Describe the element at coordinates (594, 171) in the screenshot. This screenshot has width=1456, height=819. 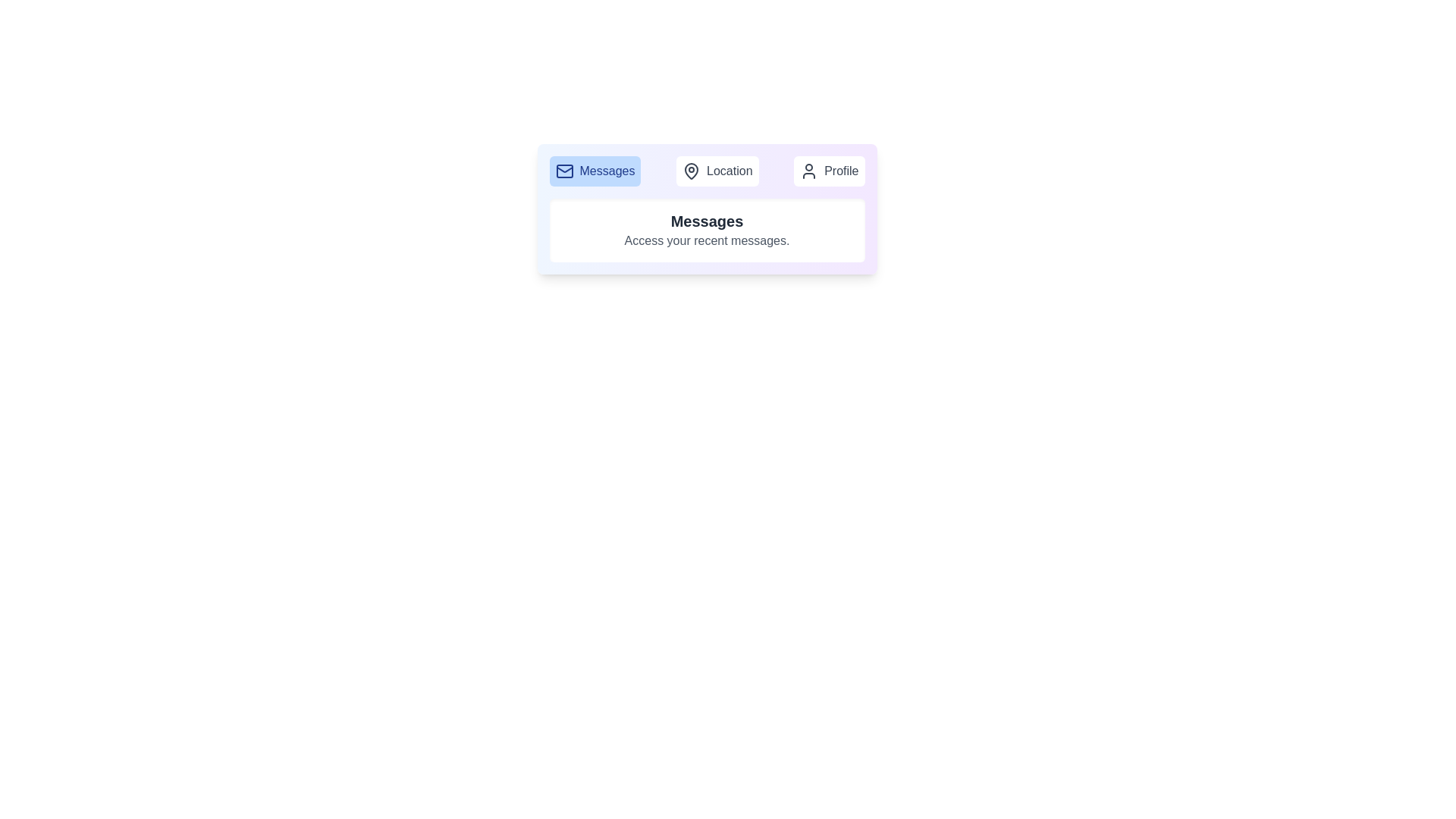
I see `the Messages tab by clicking on its button` at that location.